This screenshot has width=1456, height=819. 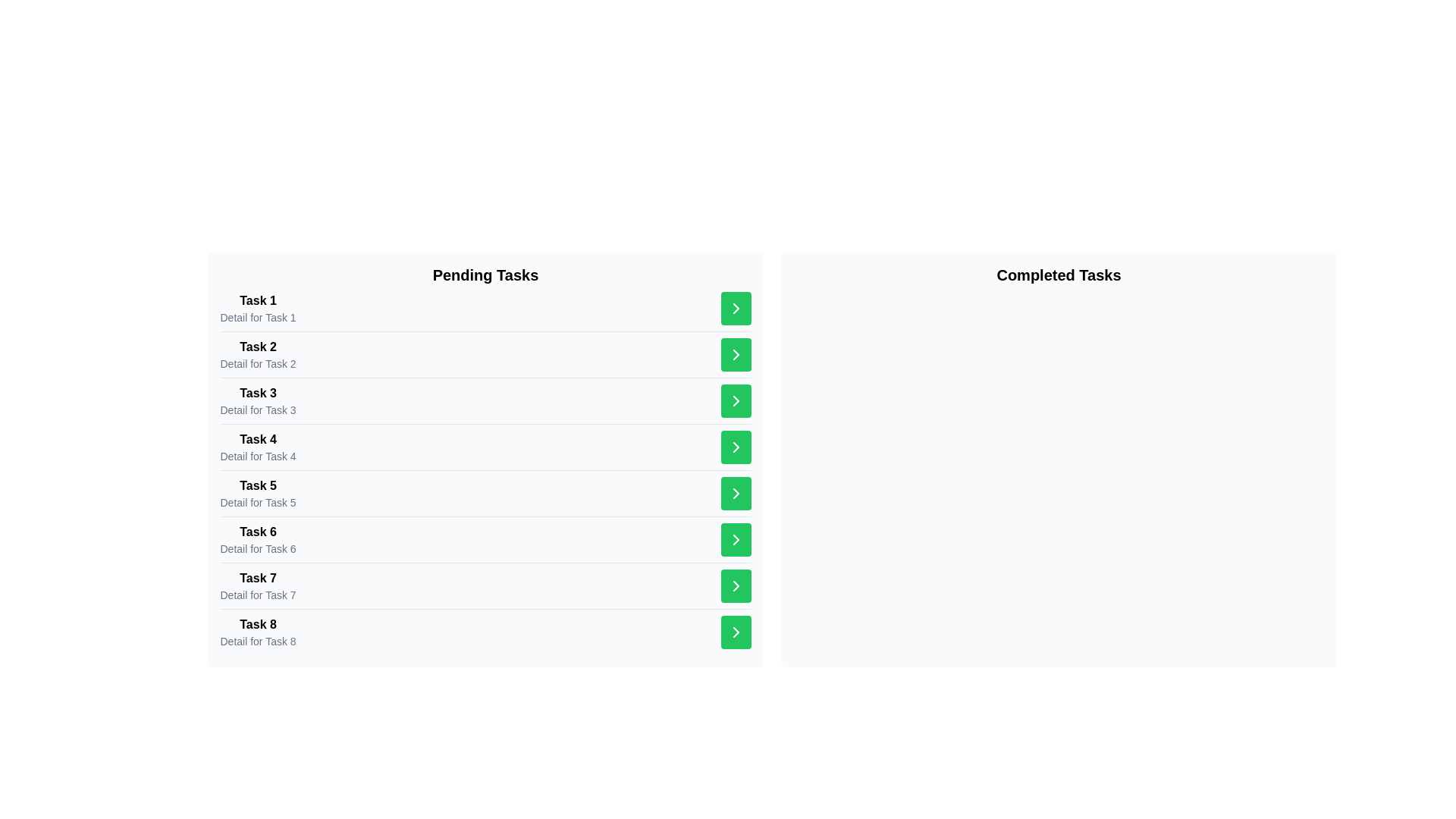 I want to click on the chevron button located in the rightmost column of the 'Pending Tasks' section, so click(x=736, y=308).